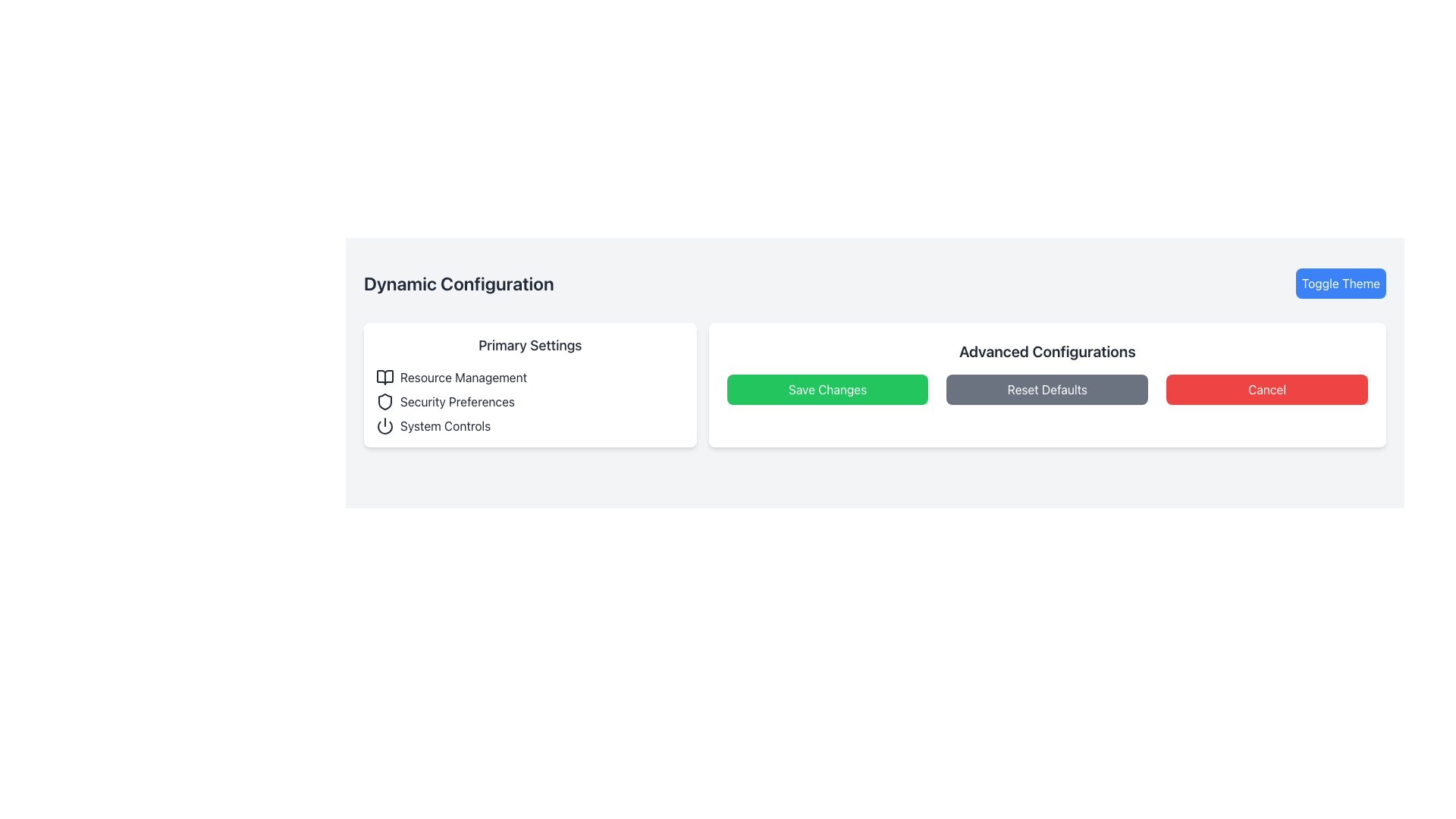  I want to click on the 'Reset to Defaults' button located in the central section of the 'Advanced Configurations' area to reset all settings to their default values, so click(1046, 388).